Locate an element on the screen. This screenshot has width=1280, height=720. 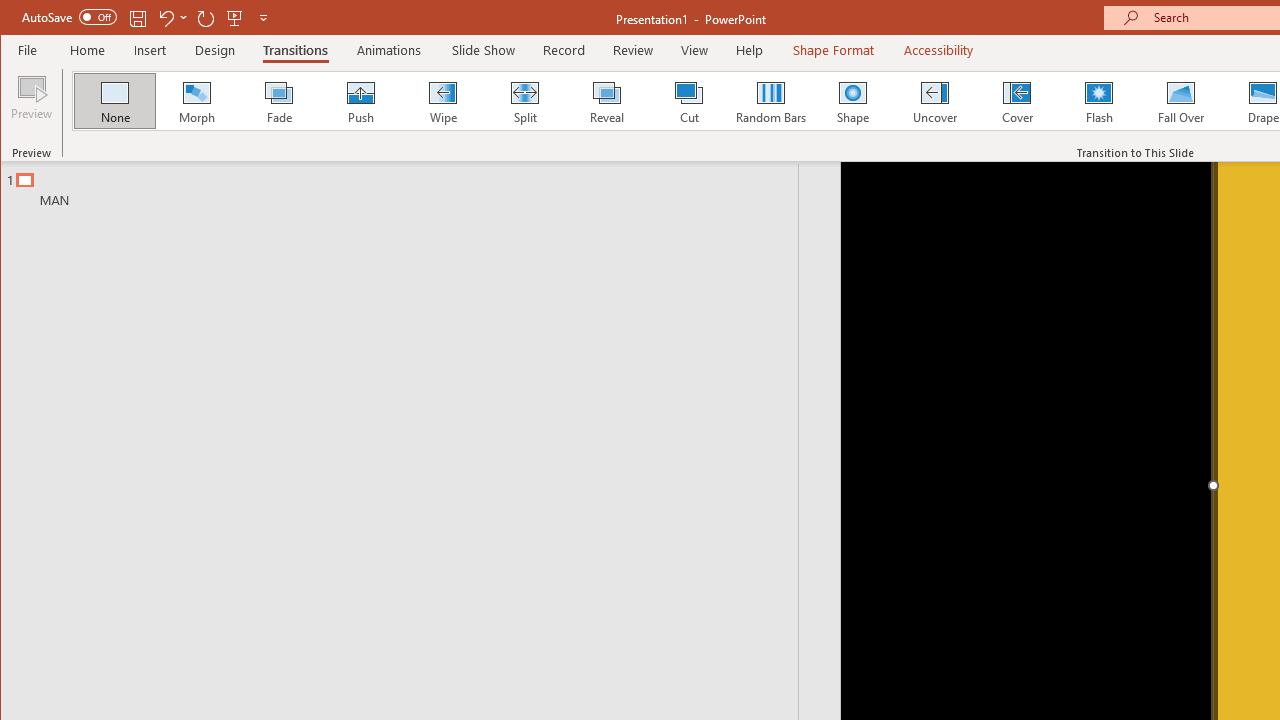
'Shape' is located at coordinates (852, 100).